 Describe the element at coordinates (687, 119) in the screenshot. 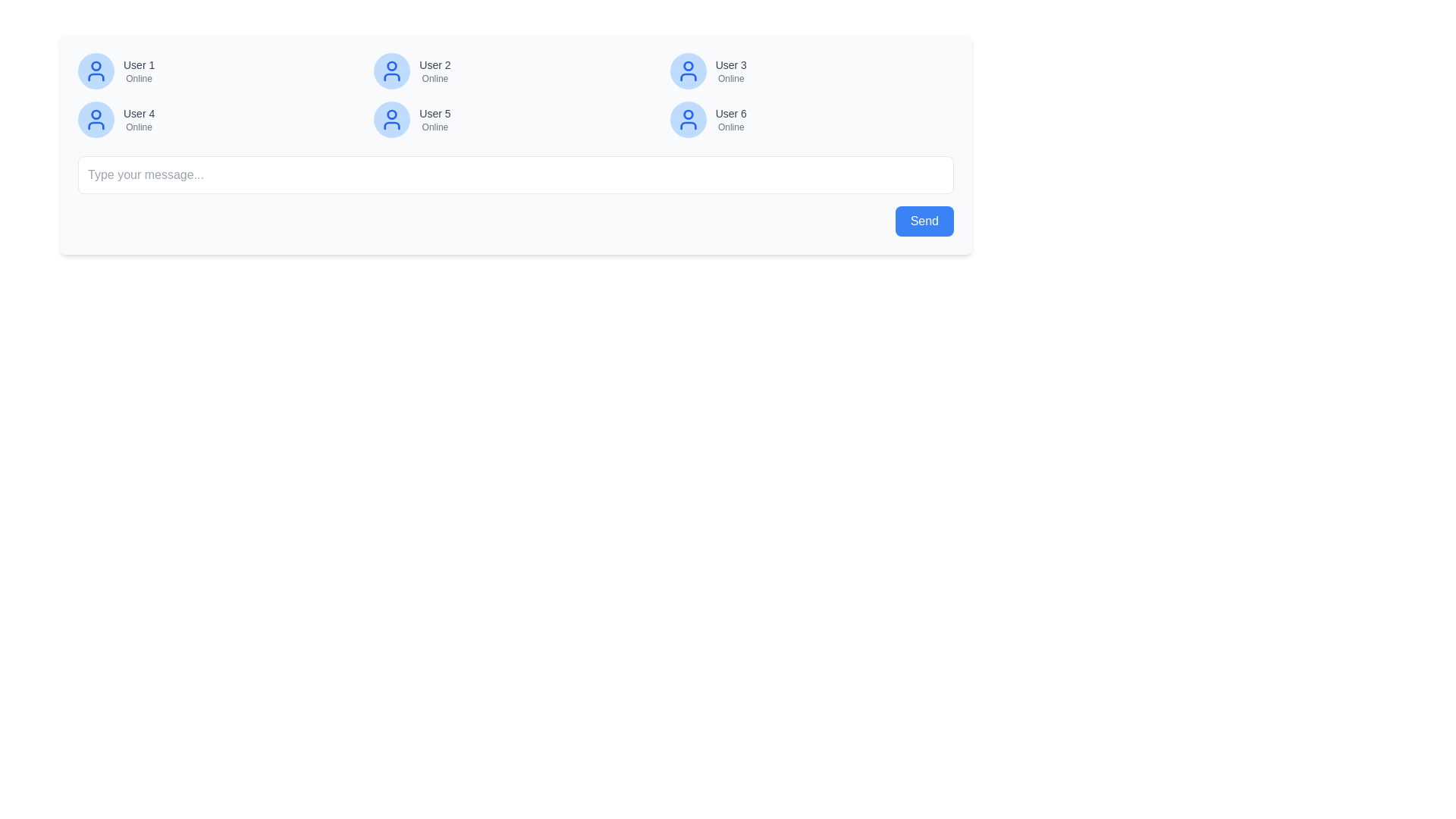

I see `the sixth user icon in a 2x3 grid layout, located in the second row, third column, near the bottom right of the display region` at that location.